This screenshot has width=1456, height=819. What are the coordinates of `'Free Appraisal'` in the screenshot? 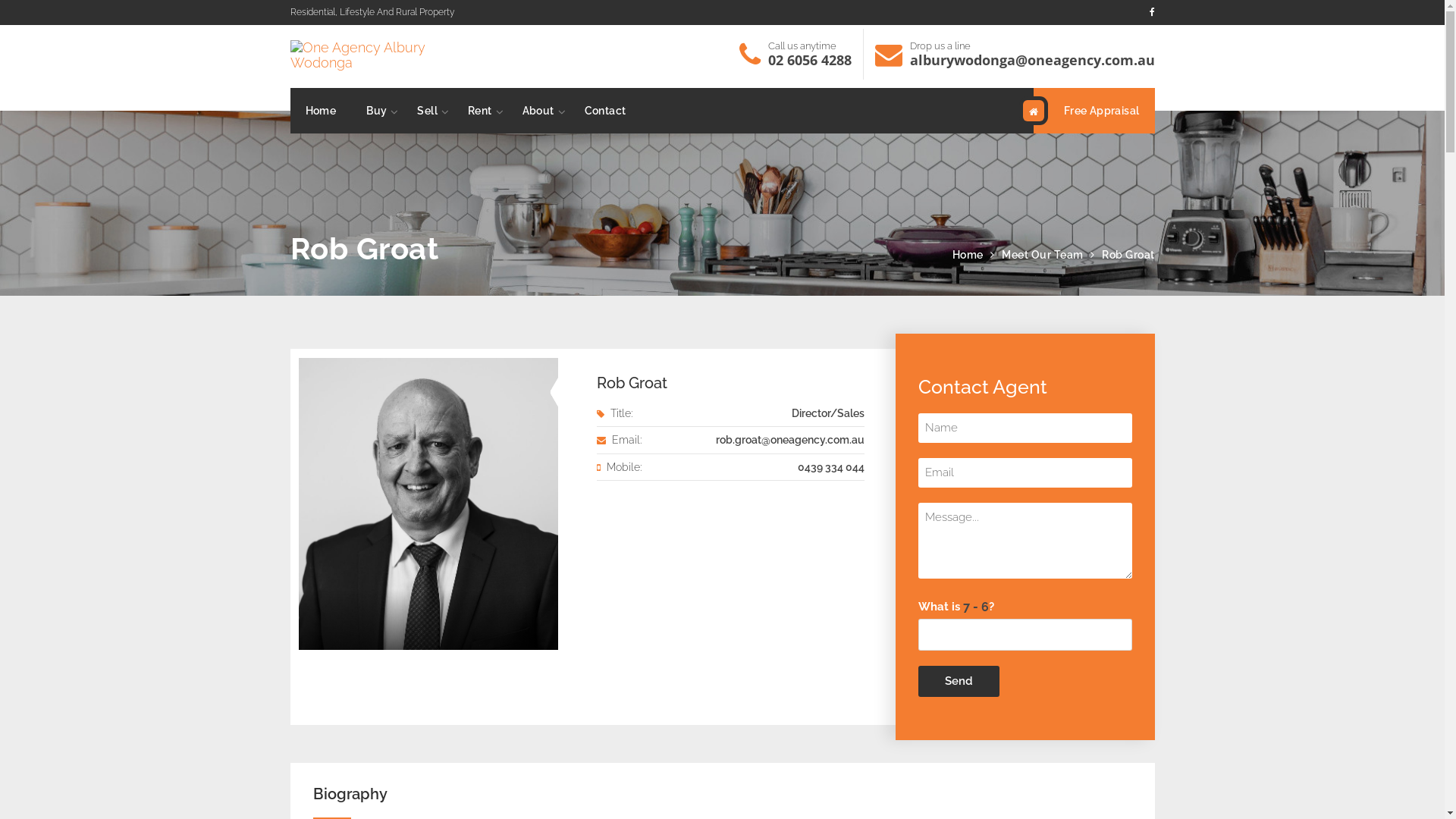 It's located at (1033, 110).